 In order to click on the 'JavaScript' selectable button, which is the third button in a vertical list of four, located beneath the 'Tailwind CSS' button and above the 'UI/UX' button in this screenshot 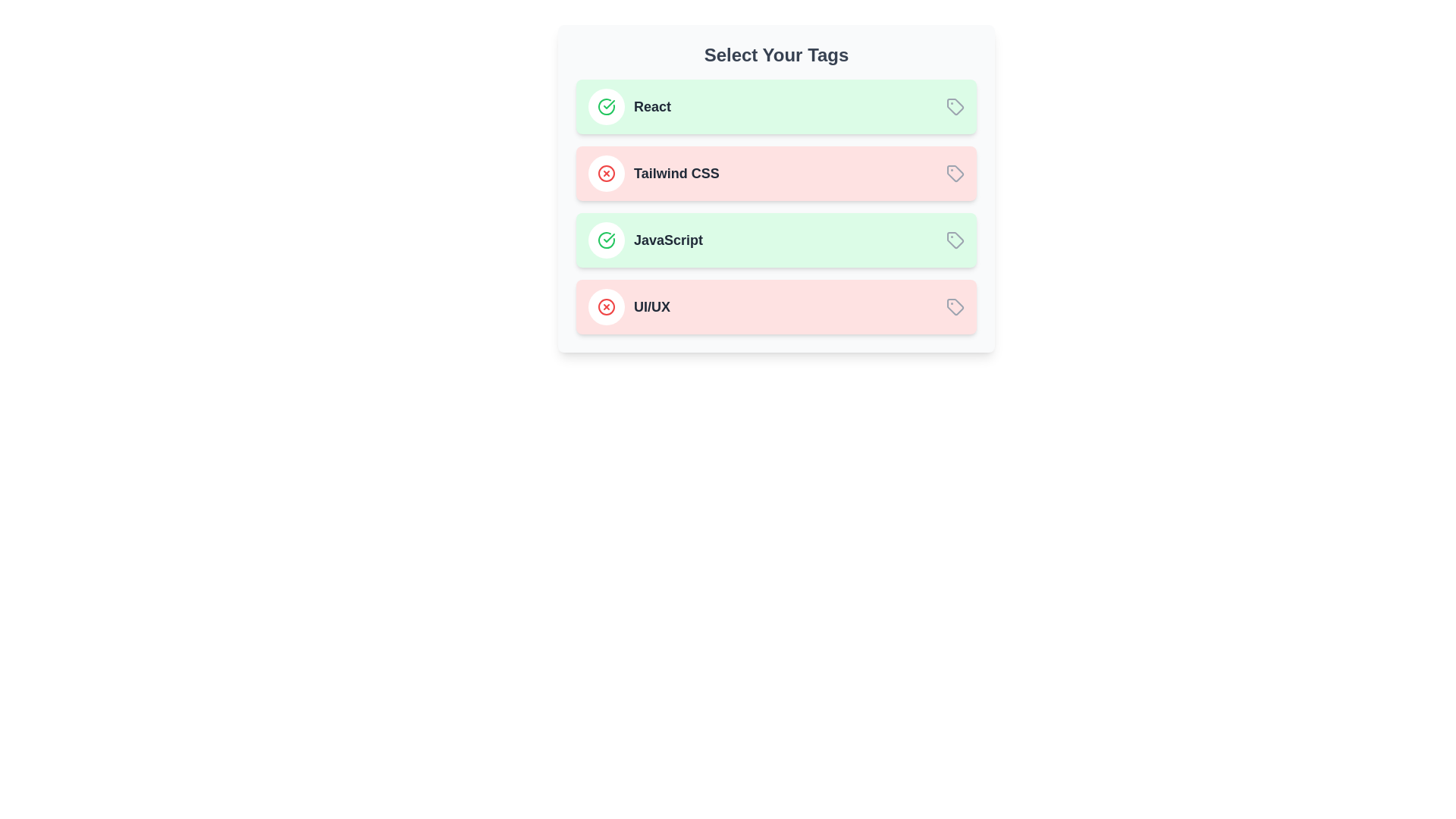, I will do `click(776, 239)`.